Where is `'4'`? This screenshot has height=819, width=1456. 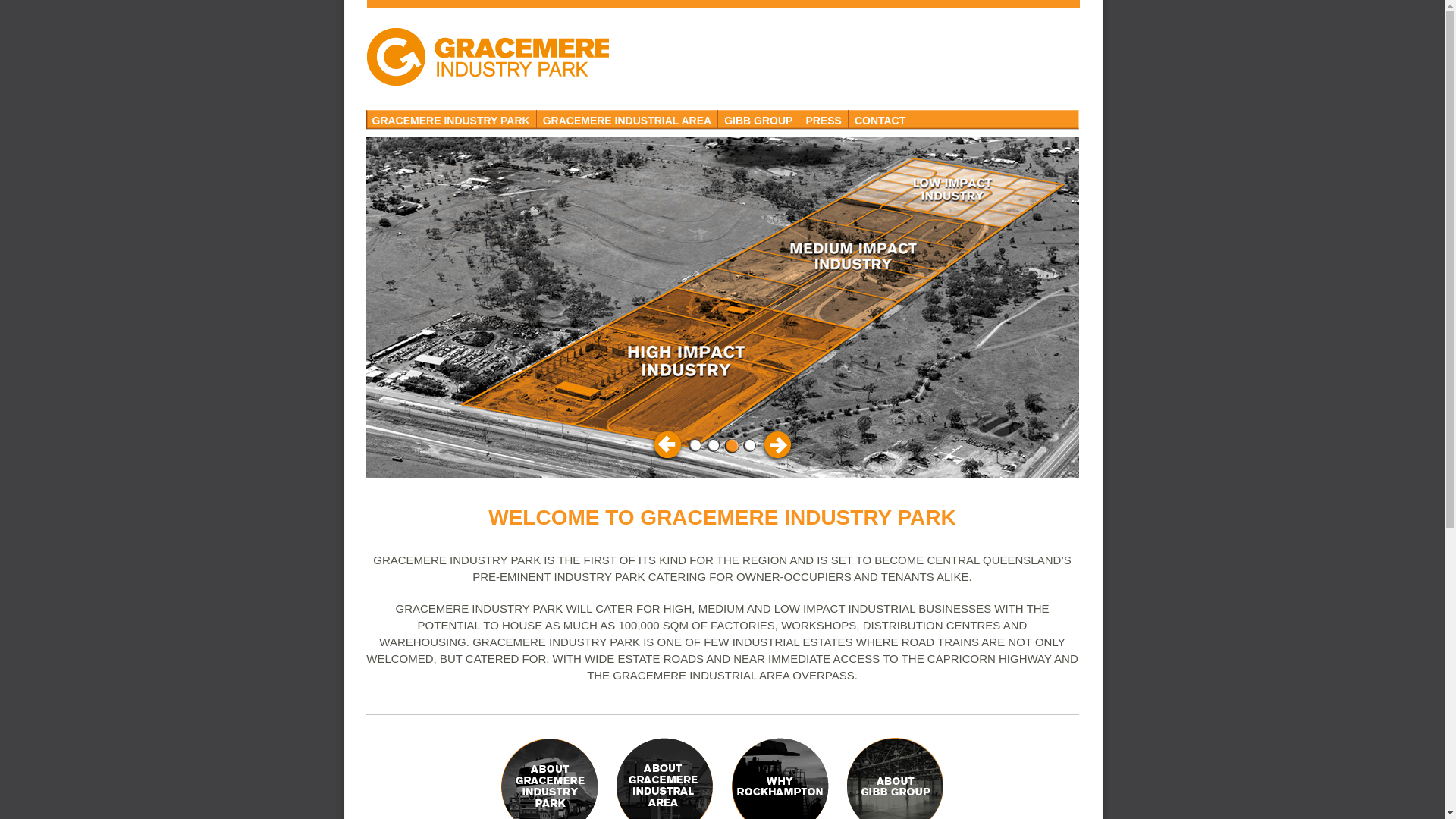
'4' is located at coordinates (749, 444).